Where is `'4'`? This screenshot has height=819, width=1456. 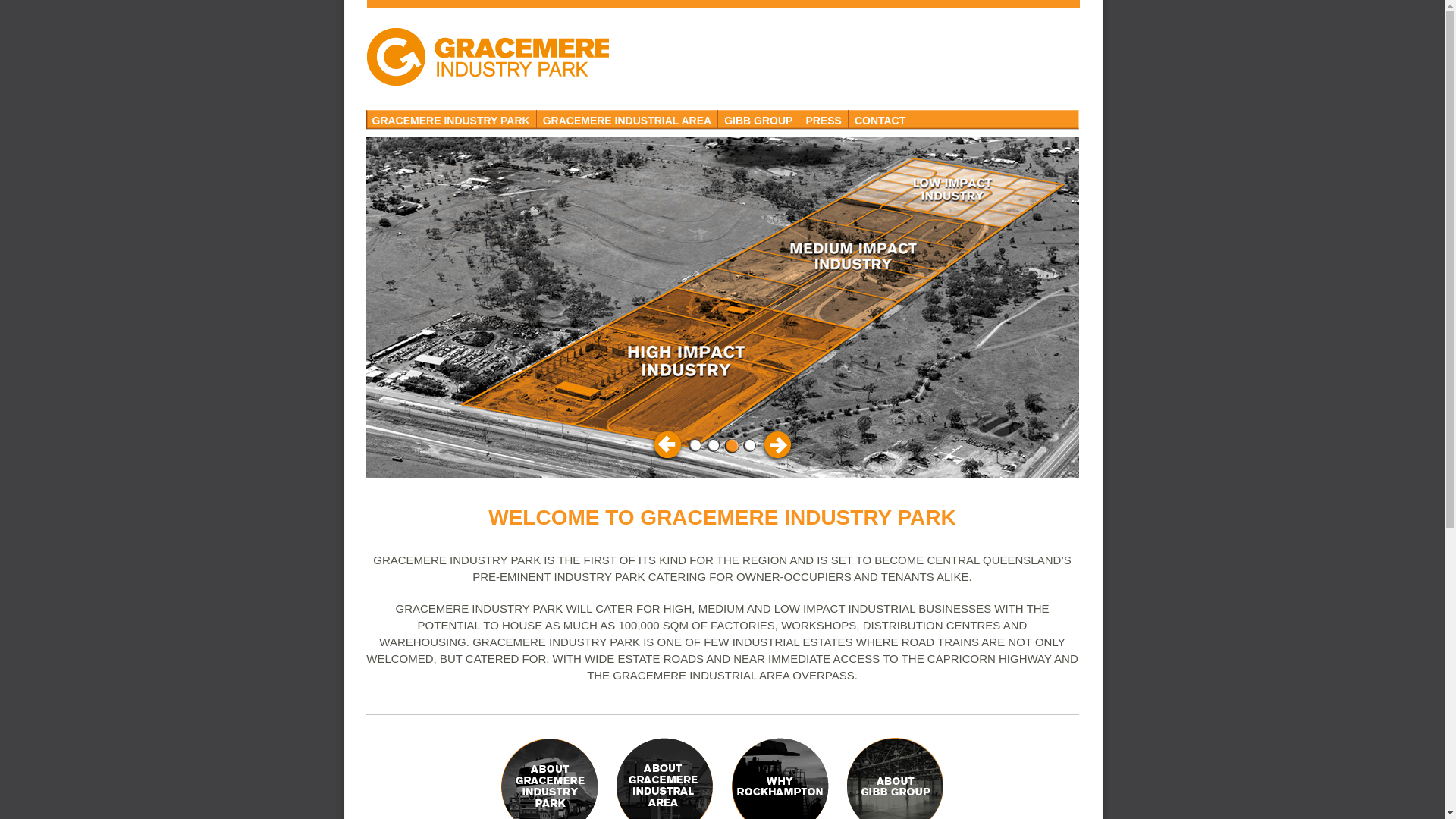
'4' is located at coordinates (749, 444).